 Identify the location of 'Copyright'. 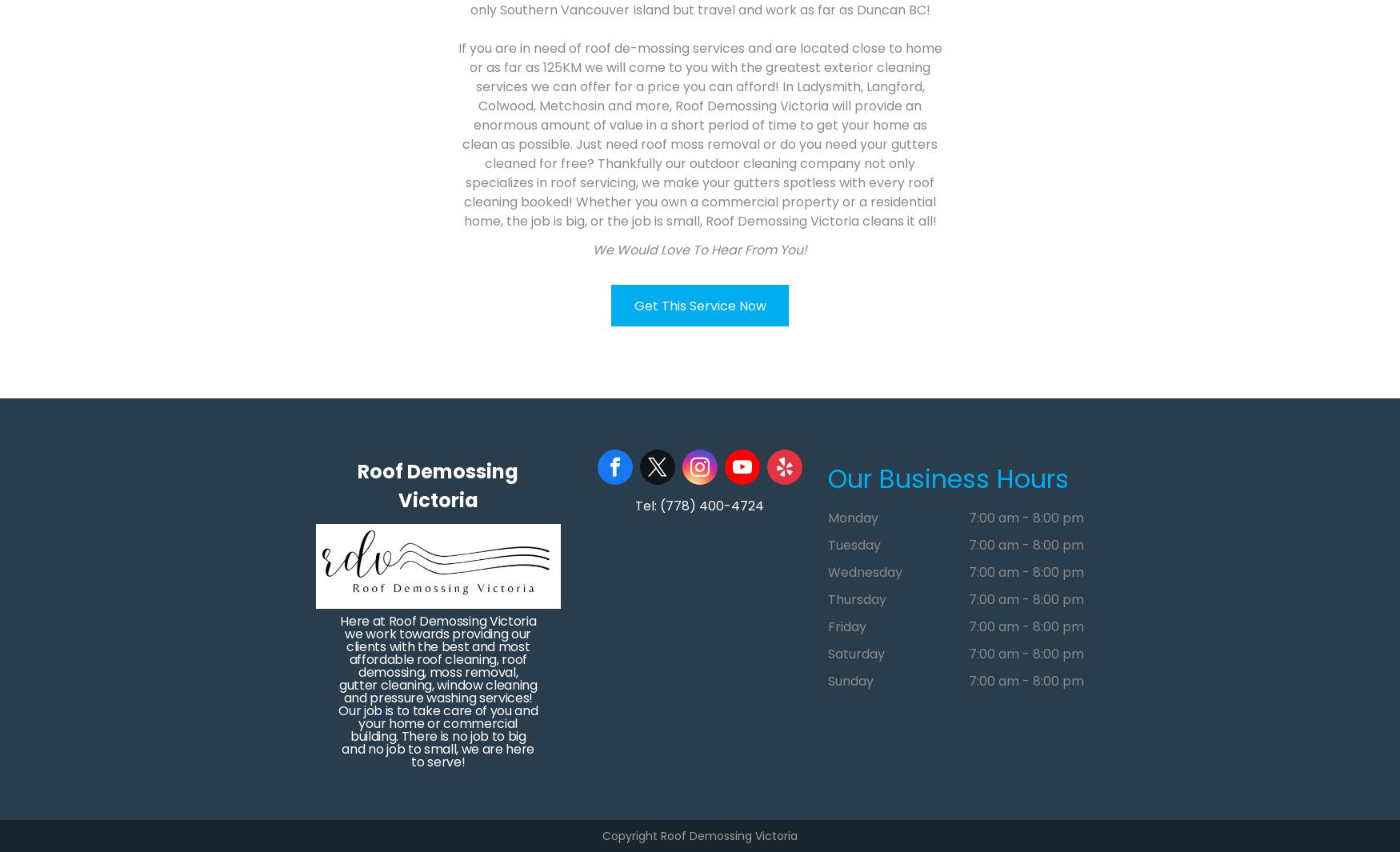
(630, 835).